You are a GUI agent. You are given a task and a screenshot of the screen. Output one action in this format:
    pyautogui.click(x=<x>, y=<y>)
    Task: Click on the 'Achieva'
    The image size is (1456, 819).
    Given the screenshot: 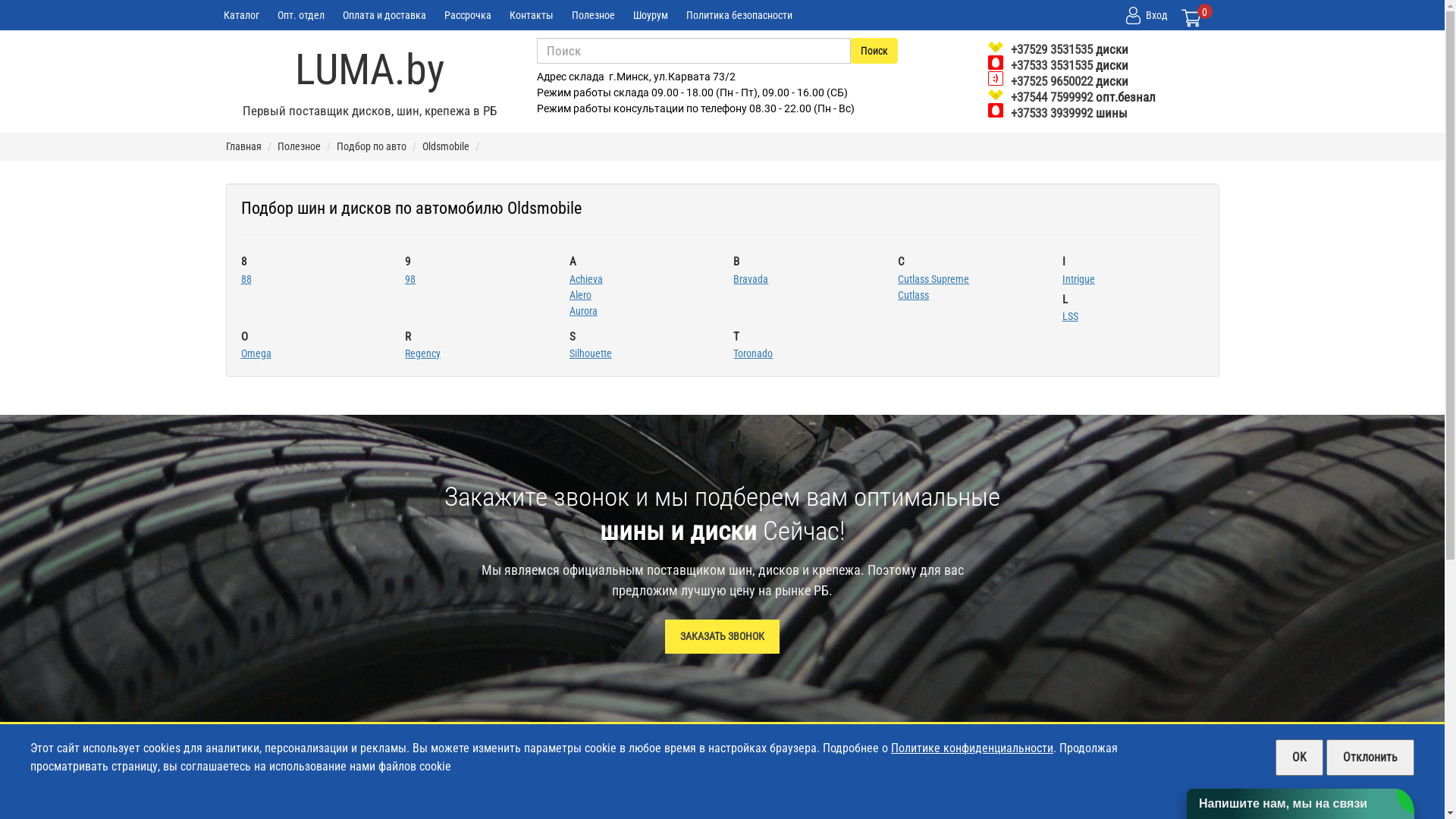 What is the action you would take?
    pyautogui.click(x=585, y=278)
    